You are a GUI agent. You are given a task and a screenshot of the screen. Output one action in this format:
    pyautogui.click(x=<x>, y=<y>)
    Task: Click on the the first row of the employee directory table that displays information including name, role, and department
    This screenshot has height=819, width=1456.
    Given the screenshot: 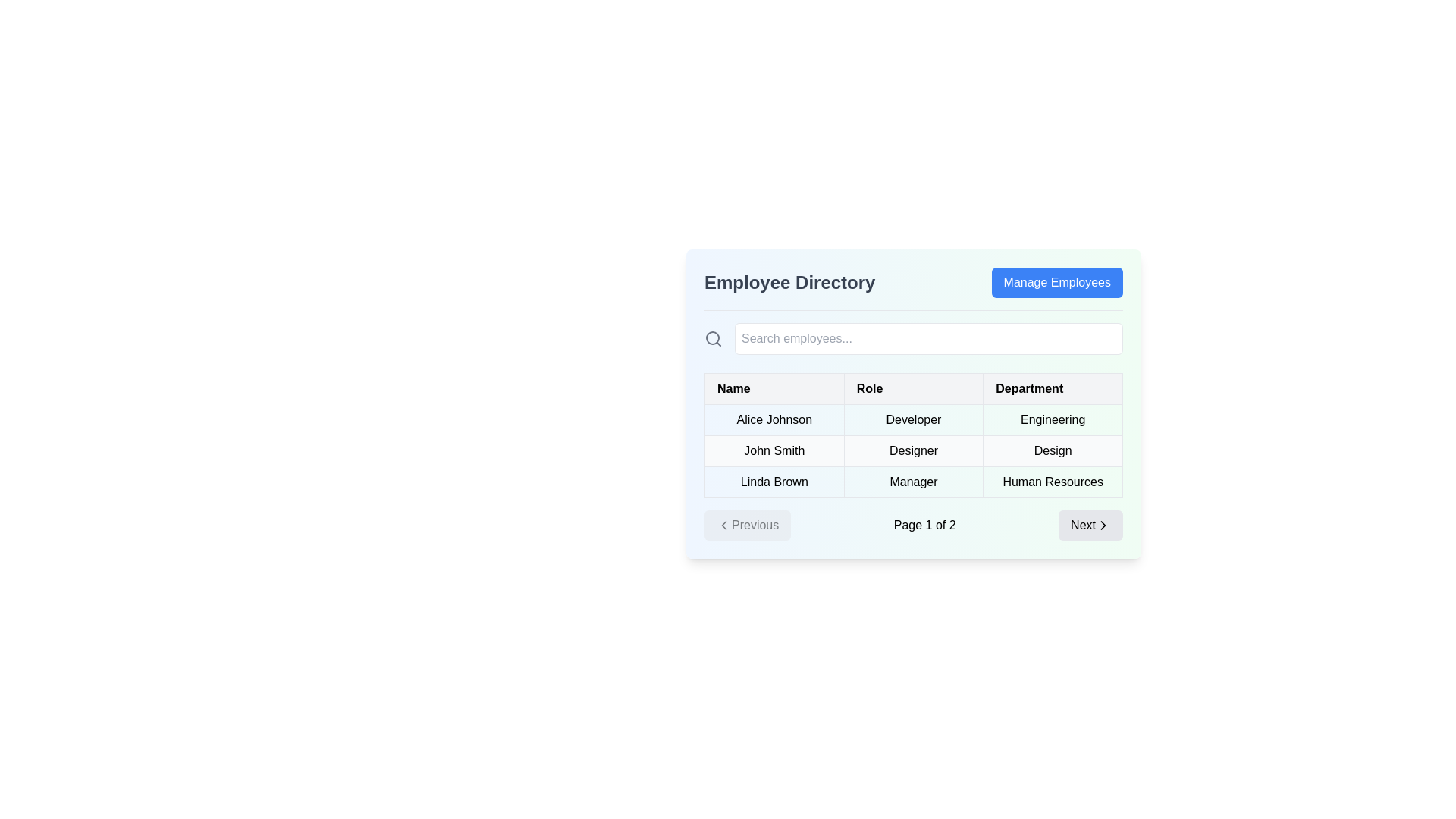 What is the action you would take?
    pyautogui.click(x=912, y=420)
    